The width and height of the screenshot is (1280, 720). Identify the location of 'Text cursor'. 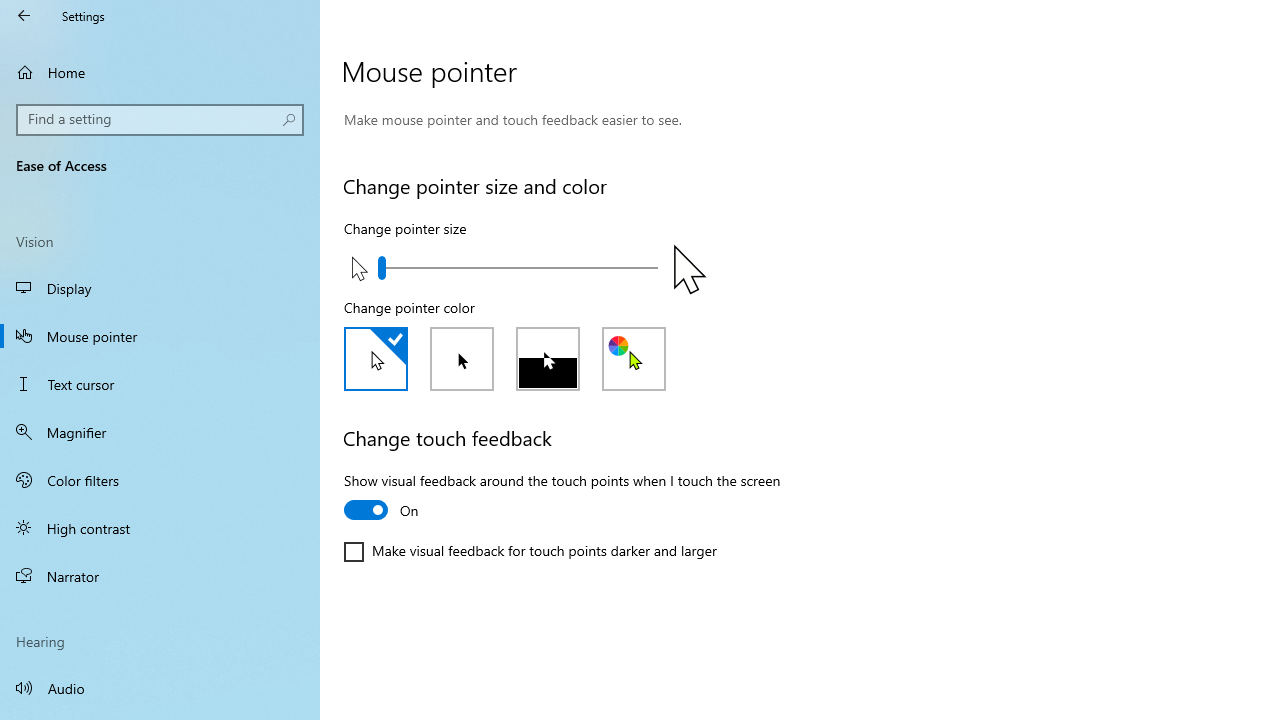
(160, 384).